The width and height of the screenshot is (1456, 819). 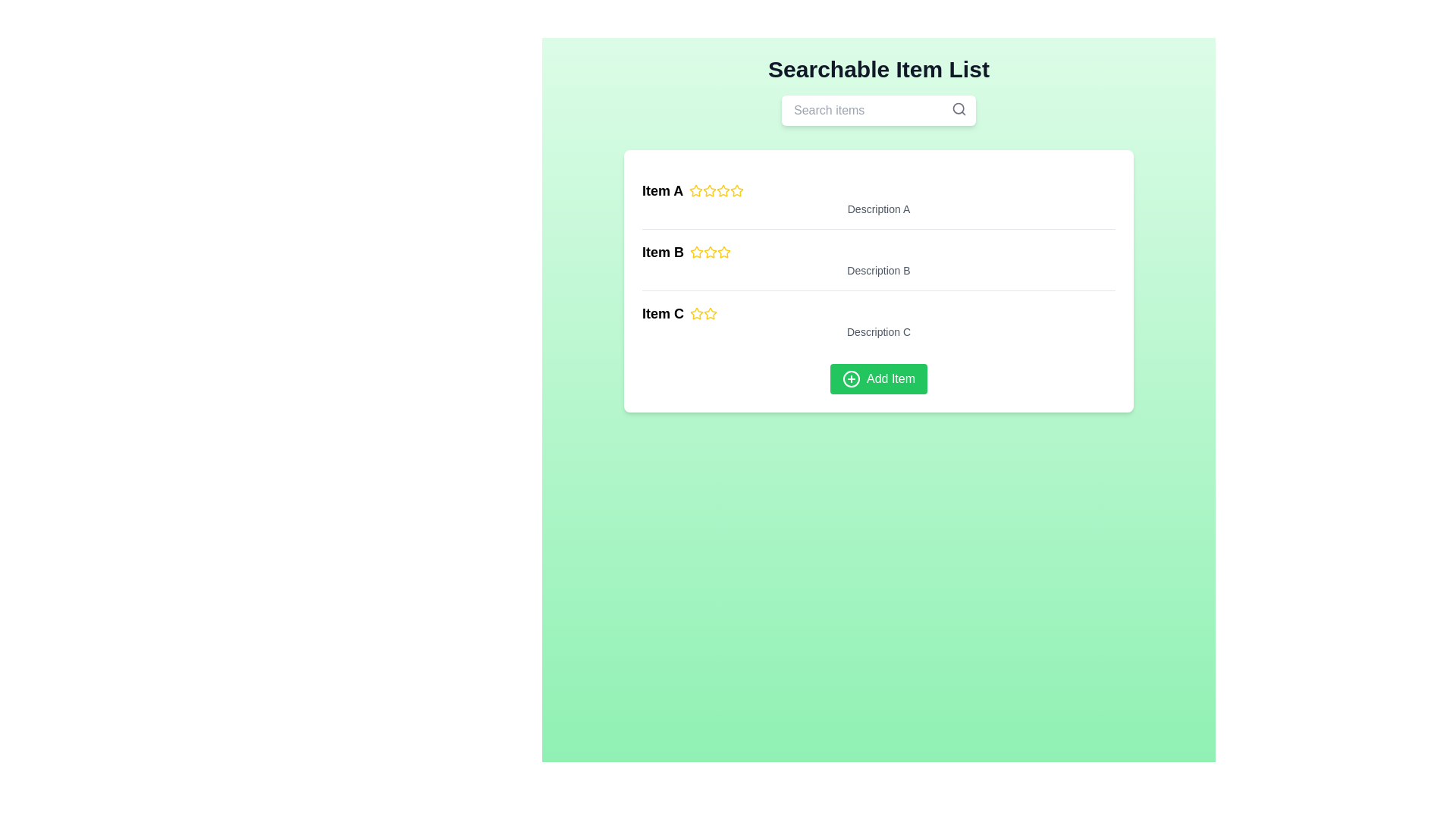 I want to click on the third star icon representing the rating for 'Item B', so click(x=723, y=251).